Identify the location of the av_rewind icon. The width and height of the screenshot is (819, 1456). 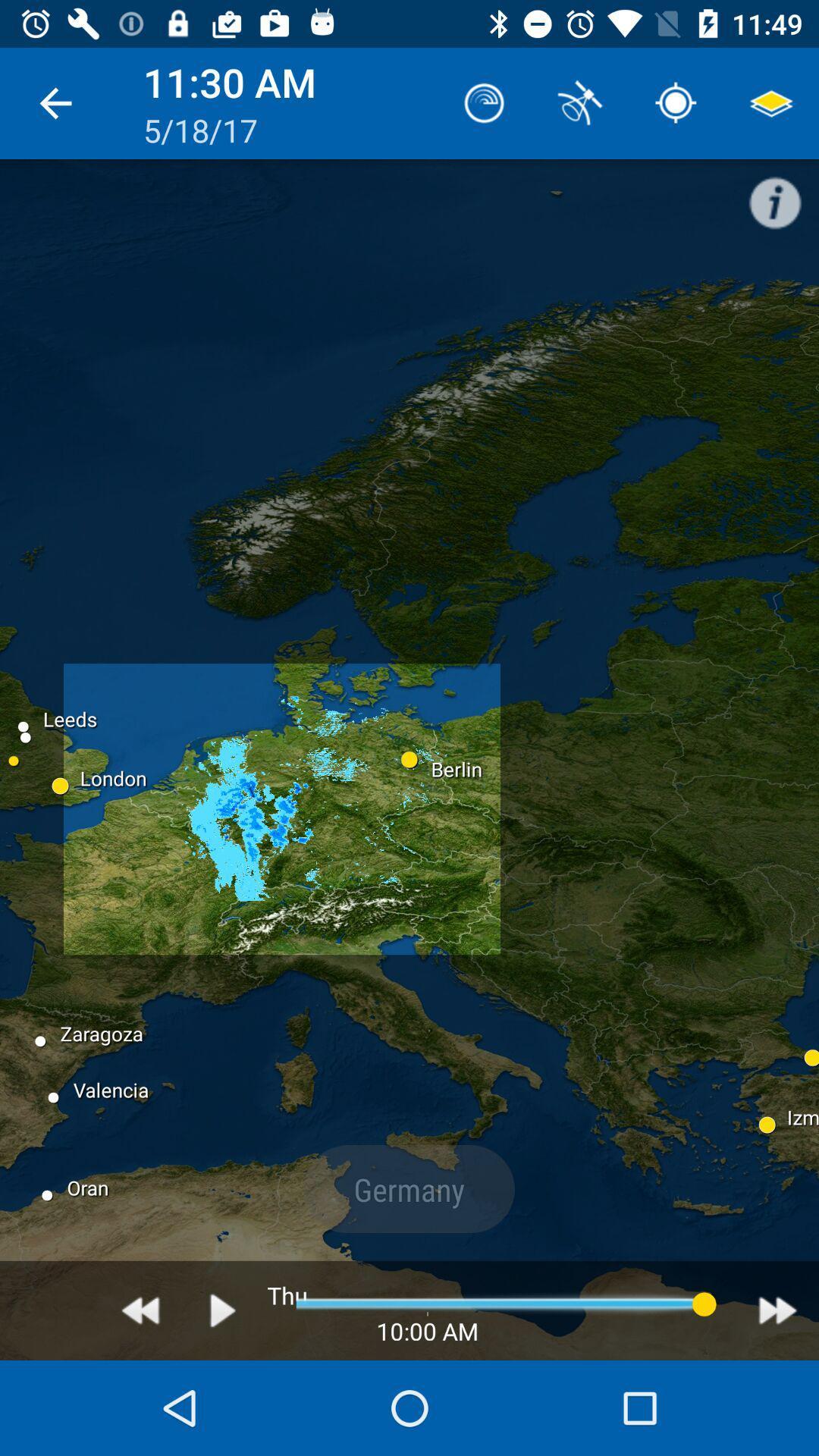
(140, 1310).